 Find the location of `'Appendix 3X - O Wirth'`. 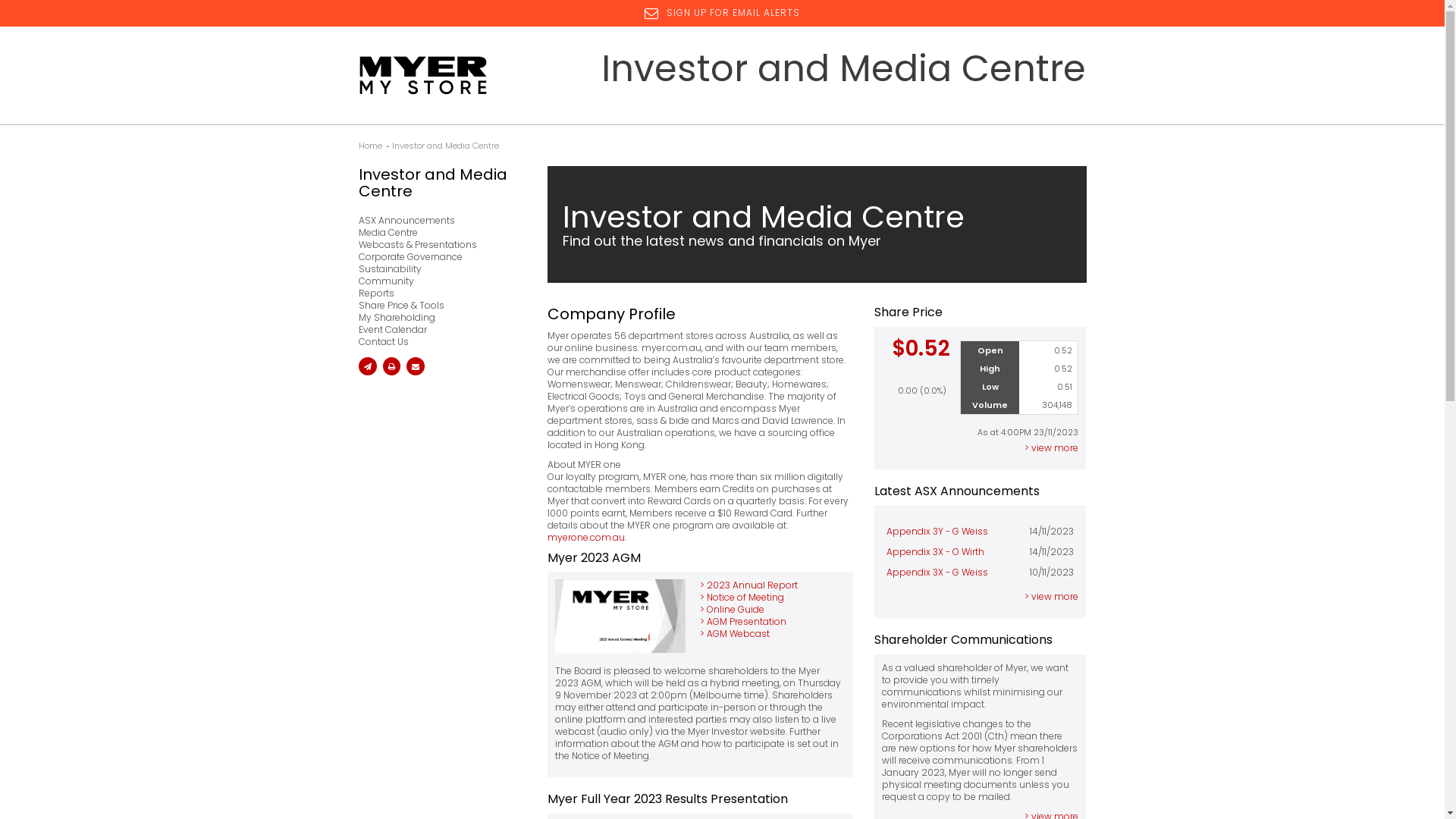

'Appendix 3X - O Wirth' is located at coordinates (934, 551).